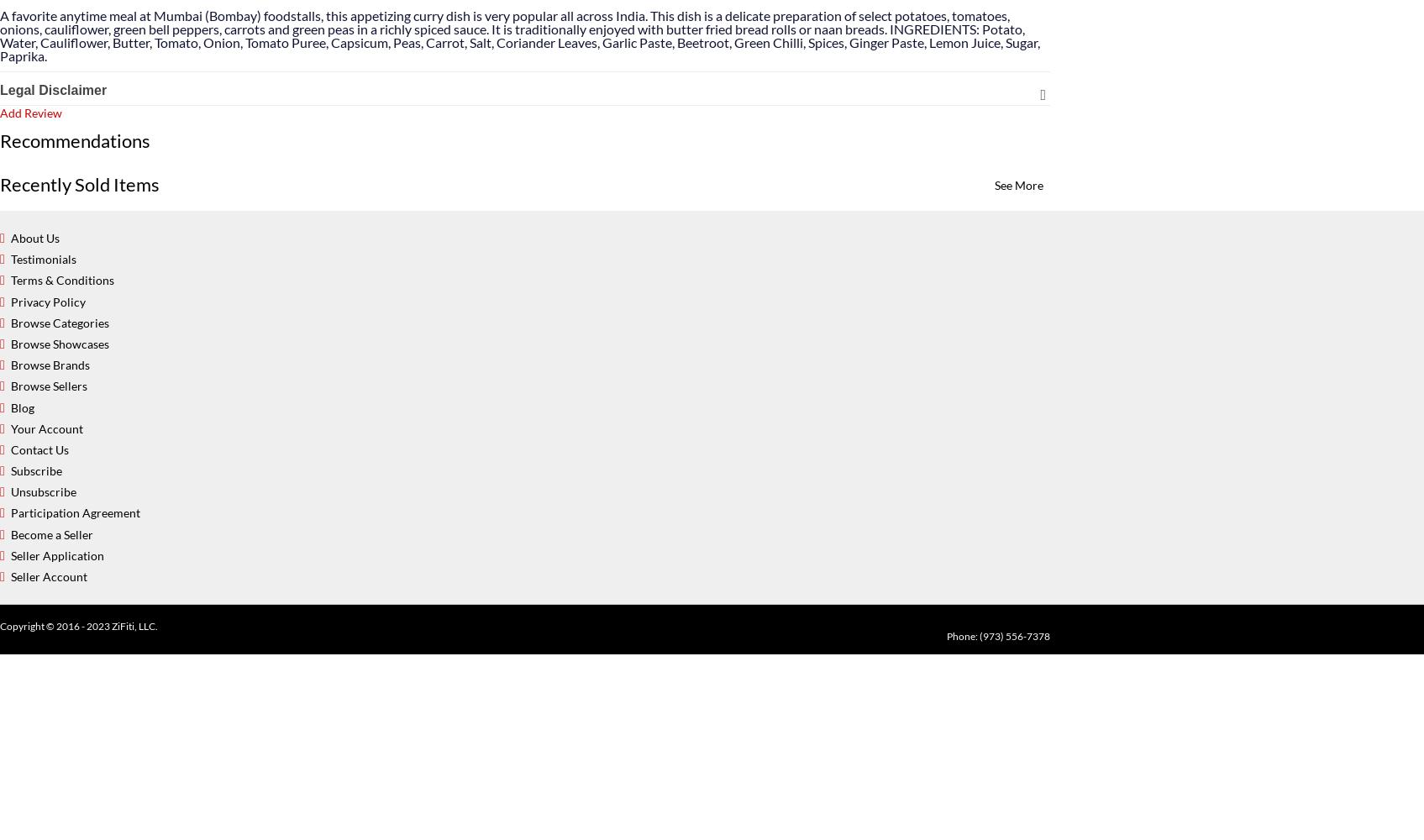  What do you see at coordinates (10, 365) in the screenshot?
I see `'Browse Brands'` at bounding box center [10, 365].